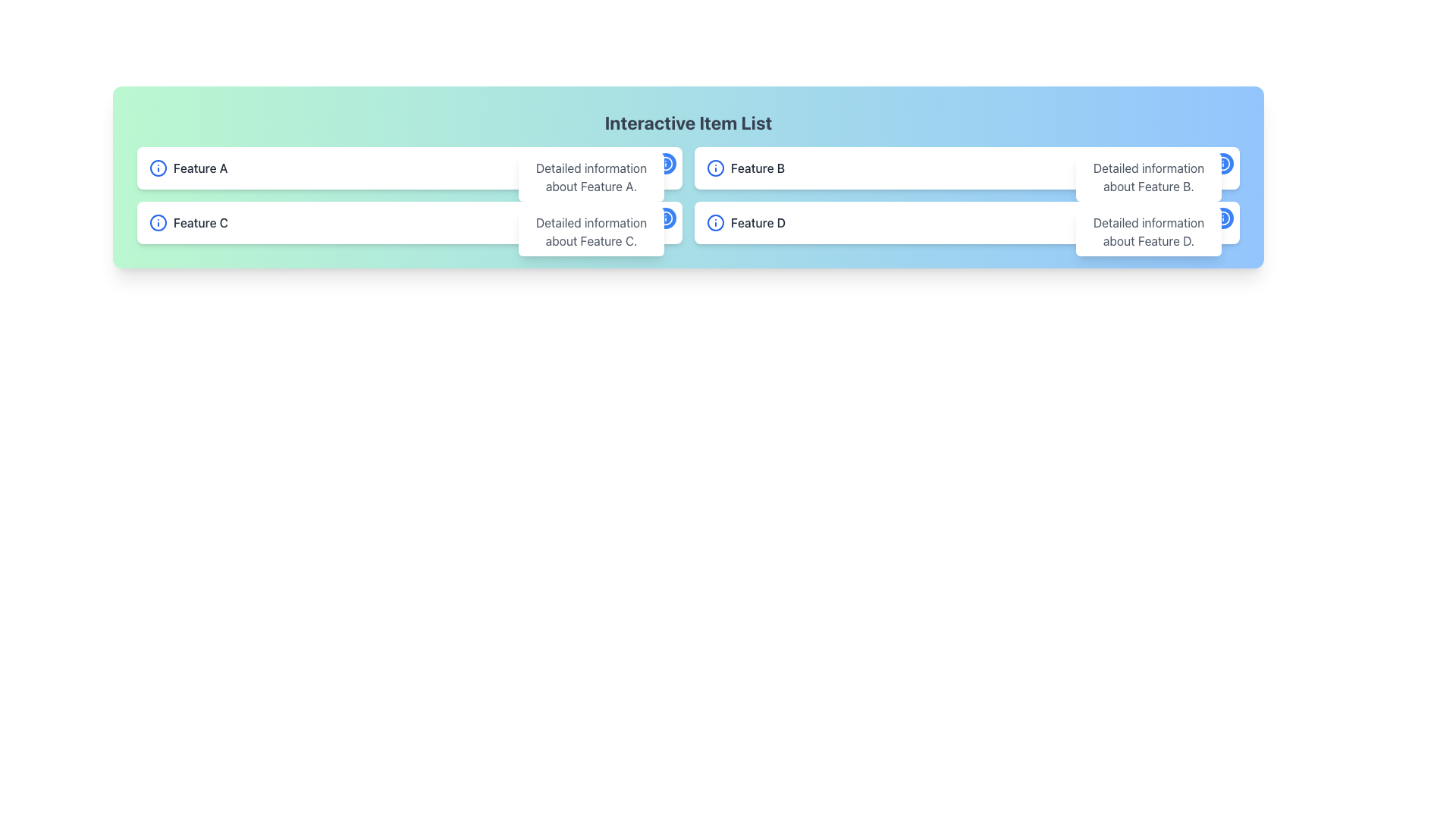 The height and width of the screenshot is (819, 1456). What do you see at coordinates (1222, 218) in the screenshot?
I see `the circular blue information icon with a white interior containing an 'info' symbol, located at the bottom-right of the list item labeled 'Feature D'` at bounding box center [1222, 218].